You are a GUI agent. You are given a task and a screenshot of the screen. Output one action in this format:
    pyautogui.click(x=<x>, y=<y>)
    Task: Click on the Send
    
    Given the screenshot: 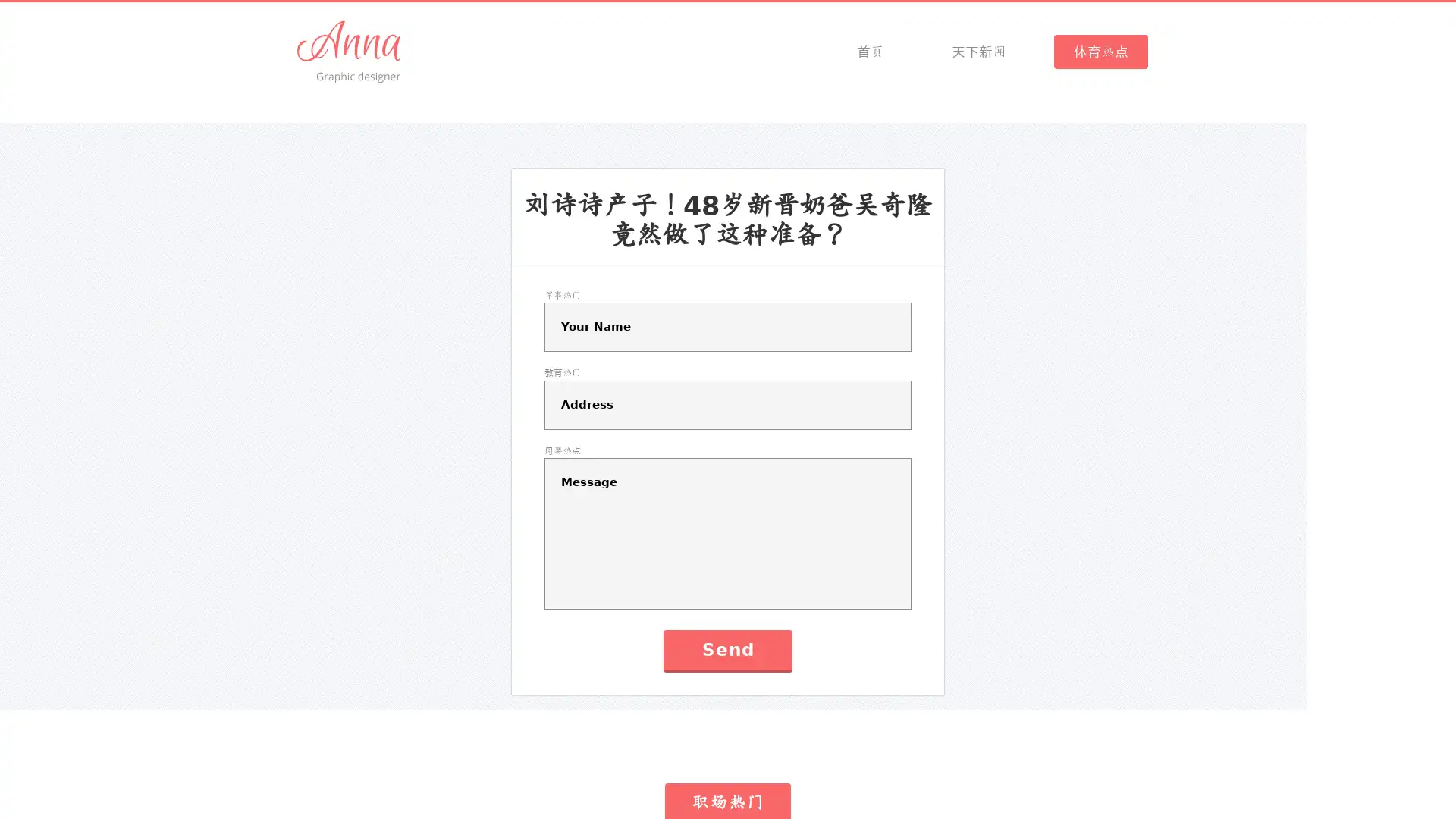 What is the action you would take?
    pyautogui.click(x=726, y=649)
    